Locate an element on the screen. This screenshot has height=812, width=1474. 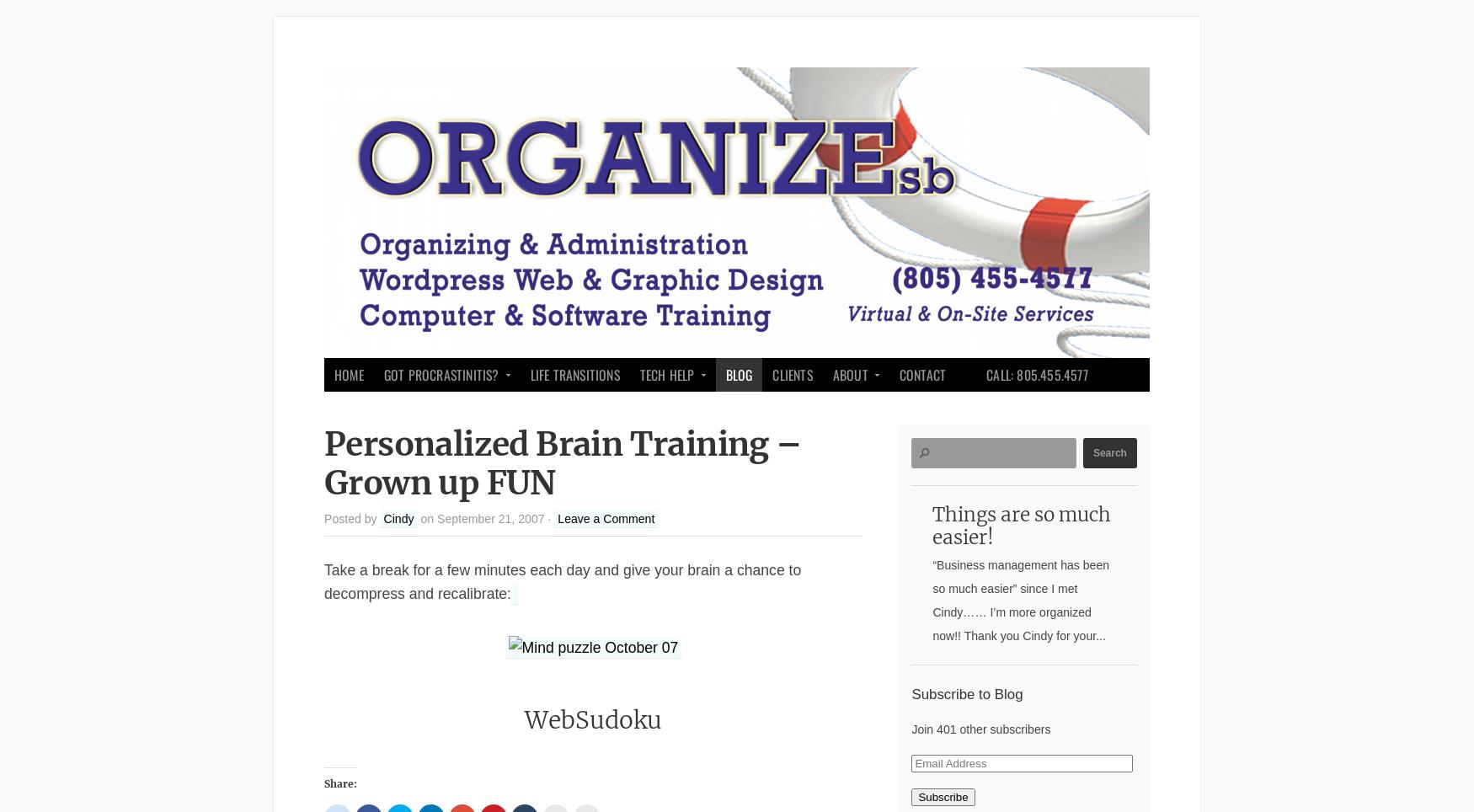
'Leave a Comment' is located at coordinates (606, 518).